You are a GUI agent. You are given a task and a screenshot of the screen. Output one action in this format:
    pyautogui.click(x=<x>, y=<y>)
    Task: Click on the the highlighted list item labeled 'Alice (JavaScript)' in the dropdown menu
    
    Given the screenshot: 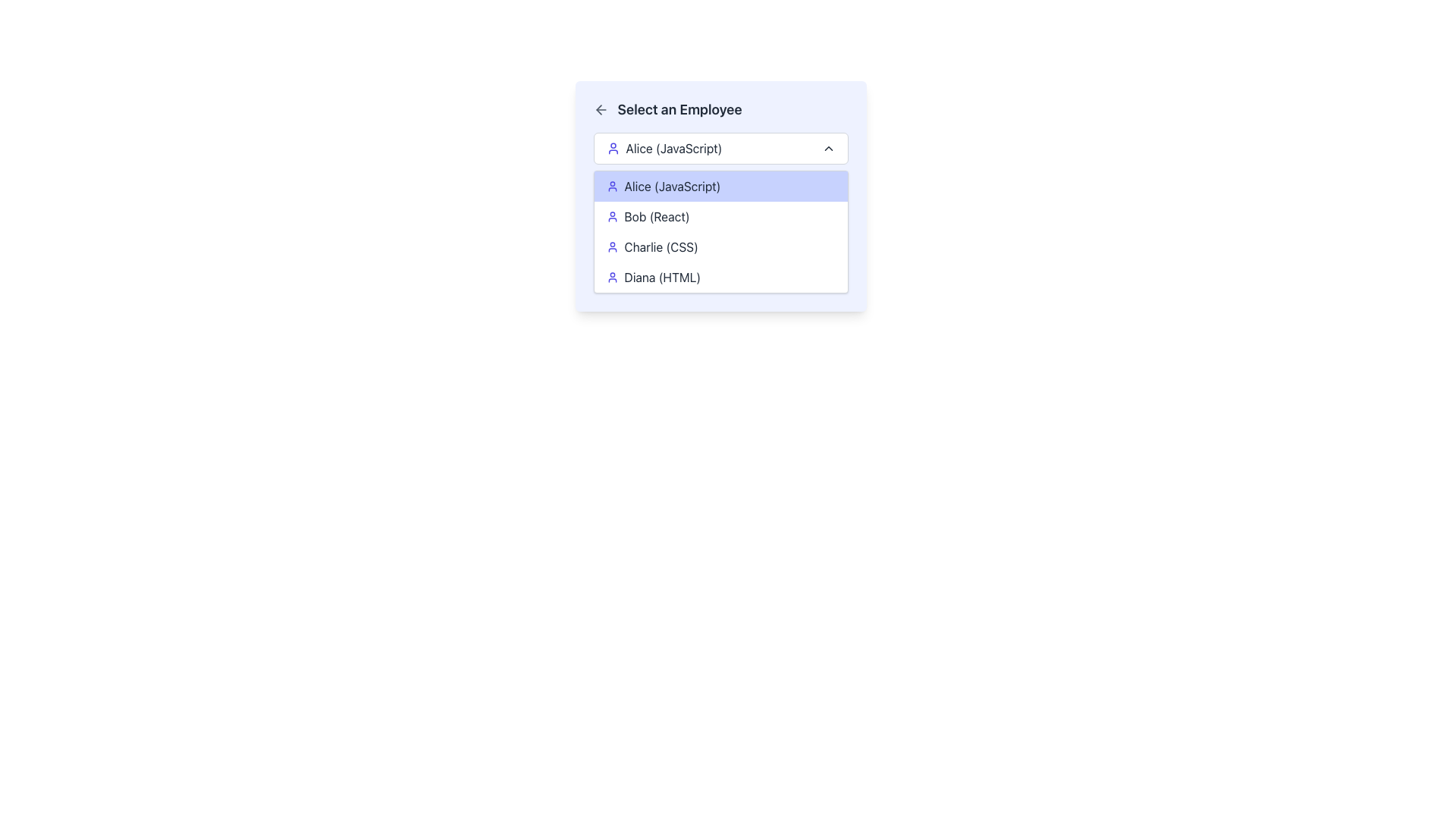 What is the action you would take?
    pyautogui.click(x=720, y=195)
    